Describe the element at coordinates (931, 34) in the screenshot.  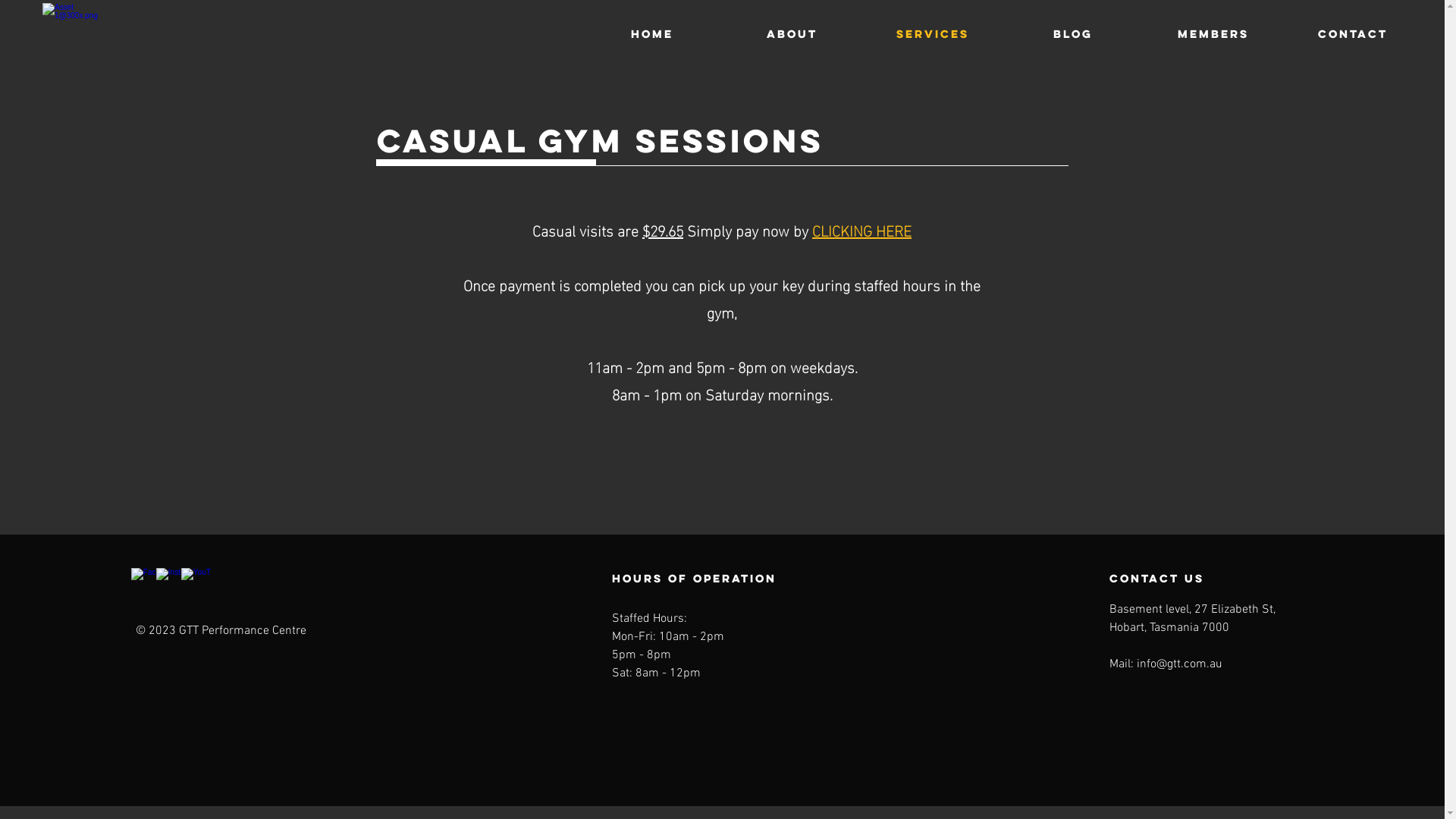
I see `'SERVICES'` at that location.